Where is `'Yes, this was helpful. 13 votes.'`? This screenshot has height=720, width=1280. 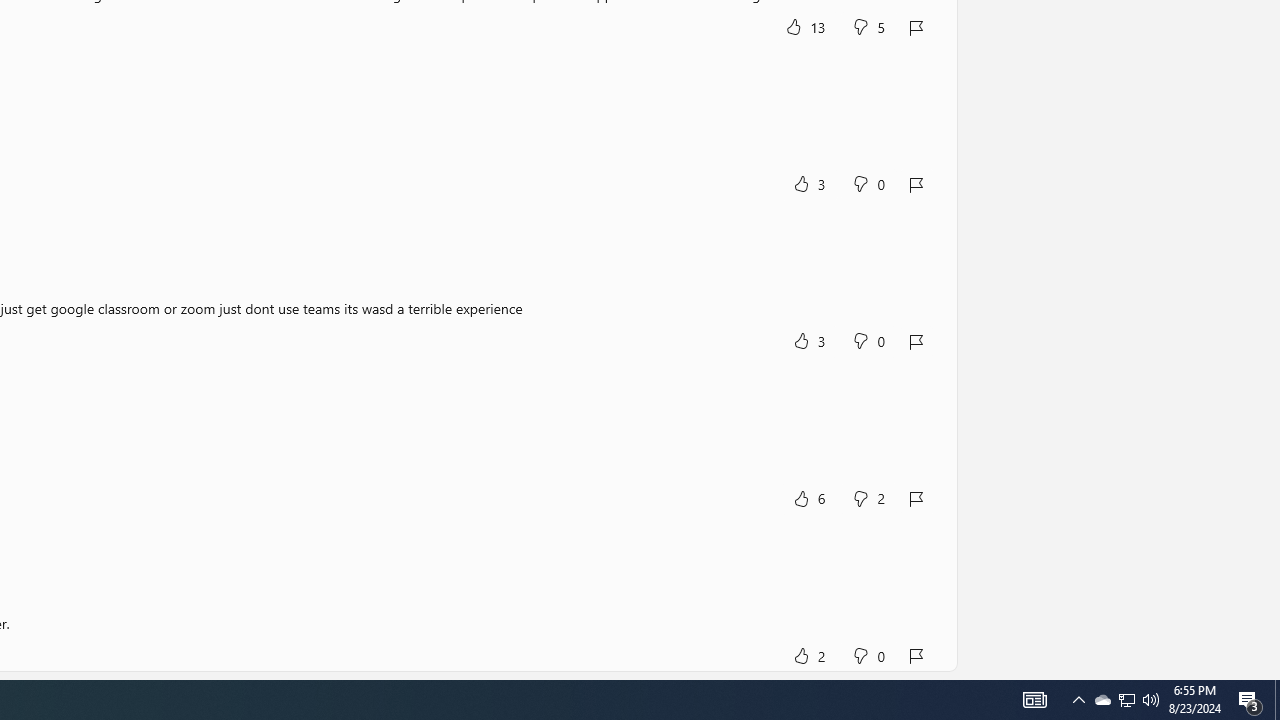 'Yes, this was helpful. 13 votes.' is located at coordinates (805, 26).